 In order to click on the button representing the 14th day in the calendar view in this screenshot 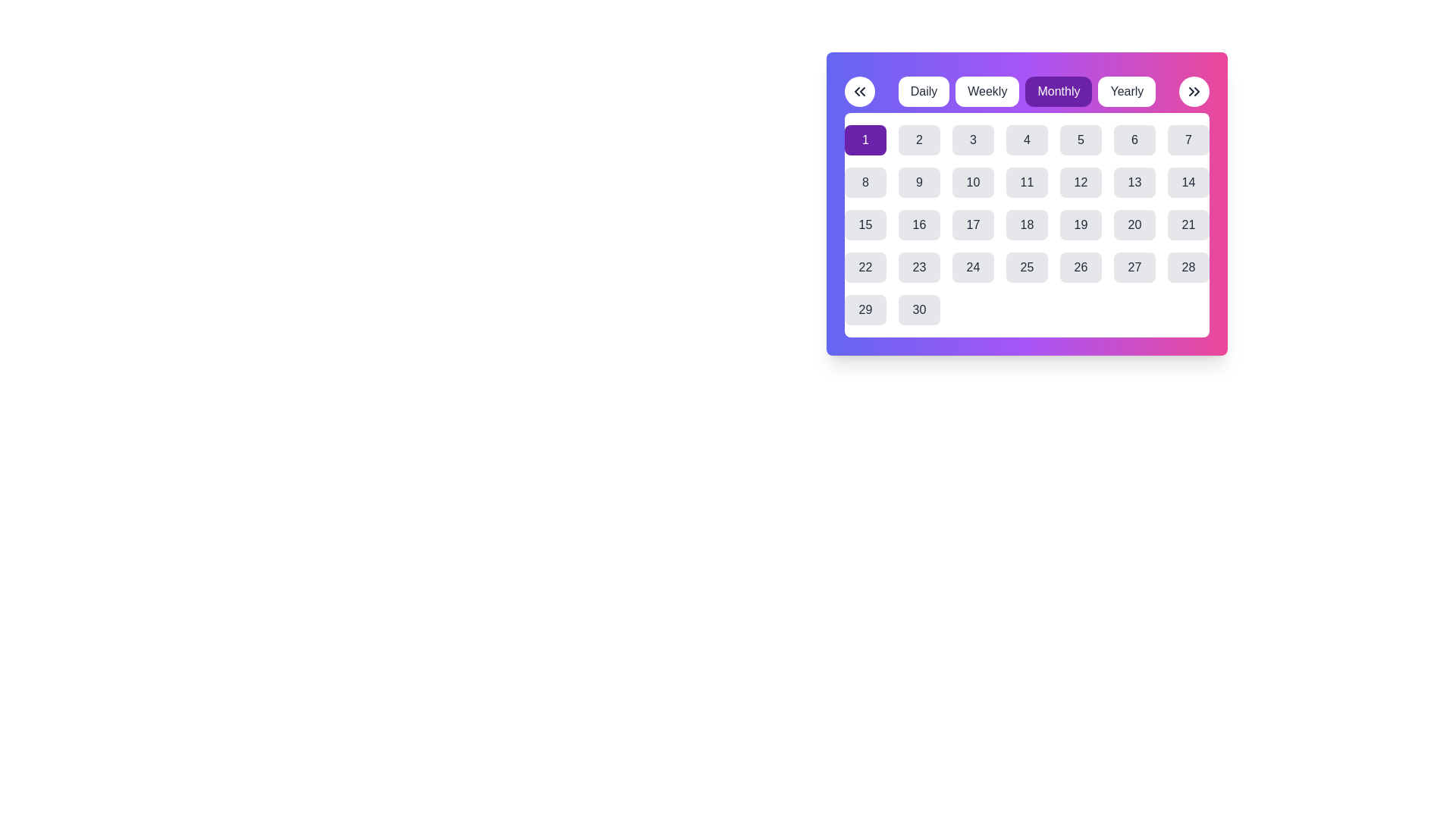, I will do `click(1188, 181)`.